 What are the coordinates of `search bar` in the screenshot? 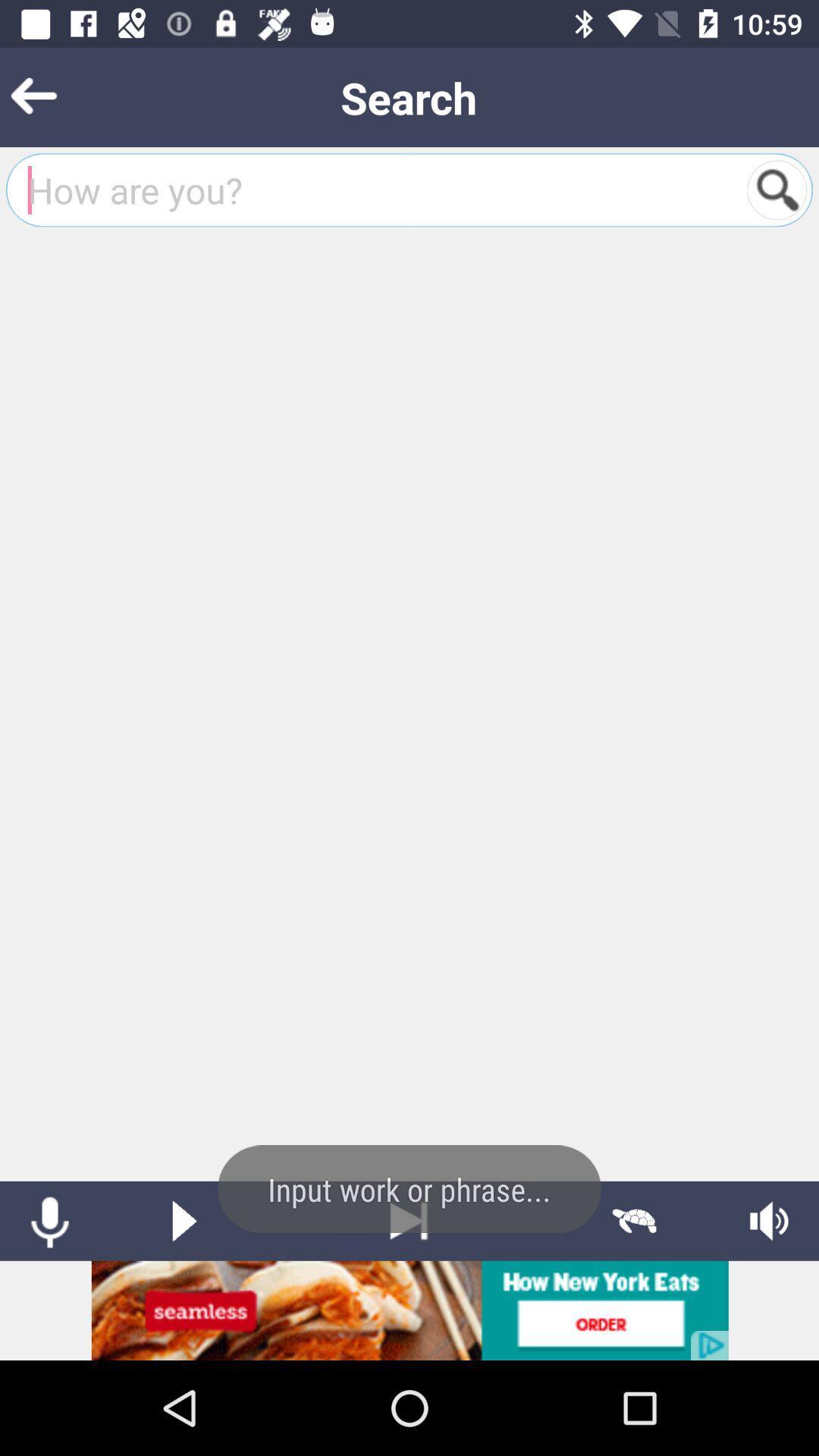 It's located at (376, 189).